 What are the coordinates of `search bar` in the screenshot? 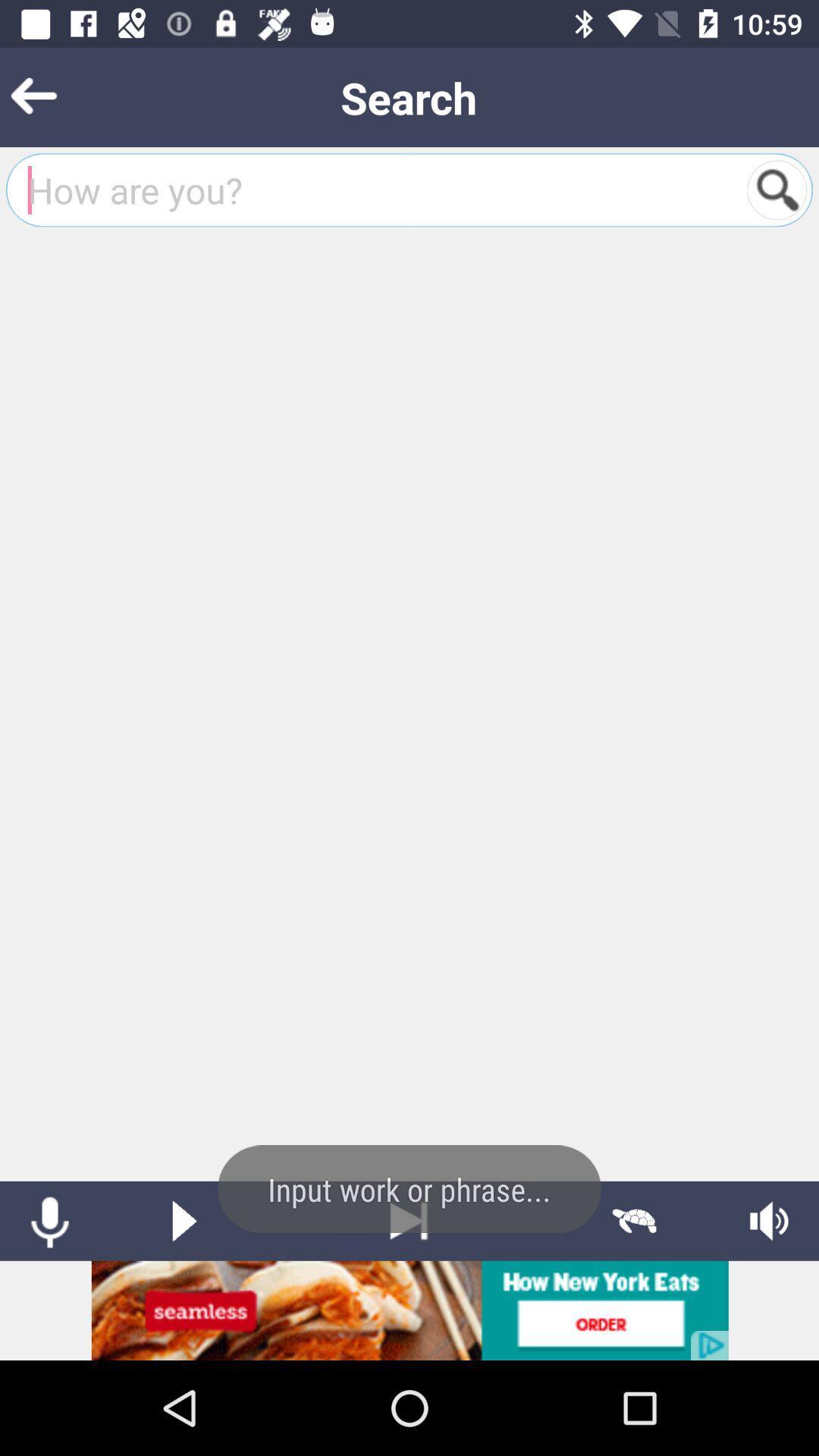 It's located at (376, 189).